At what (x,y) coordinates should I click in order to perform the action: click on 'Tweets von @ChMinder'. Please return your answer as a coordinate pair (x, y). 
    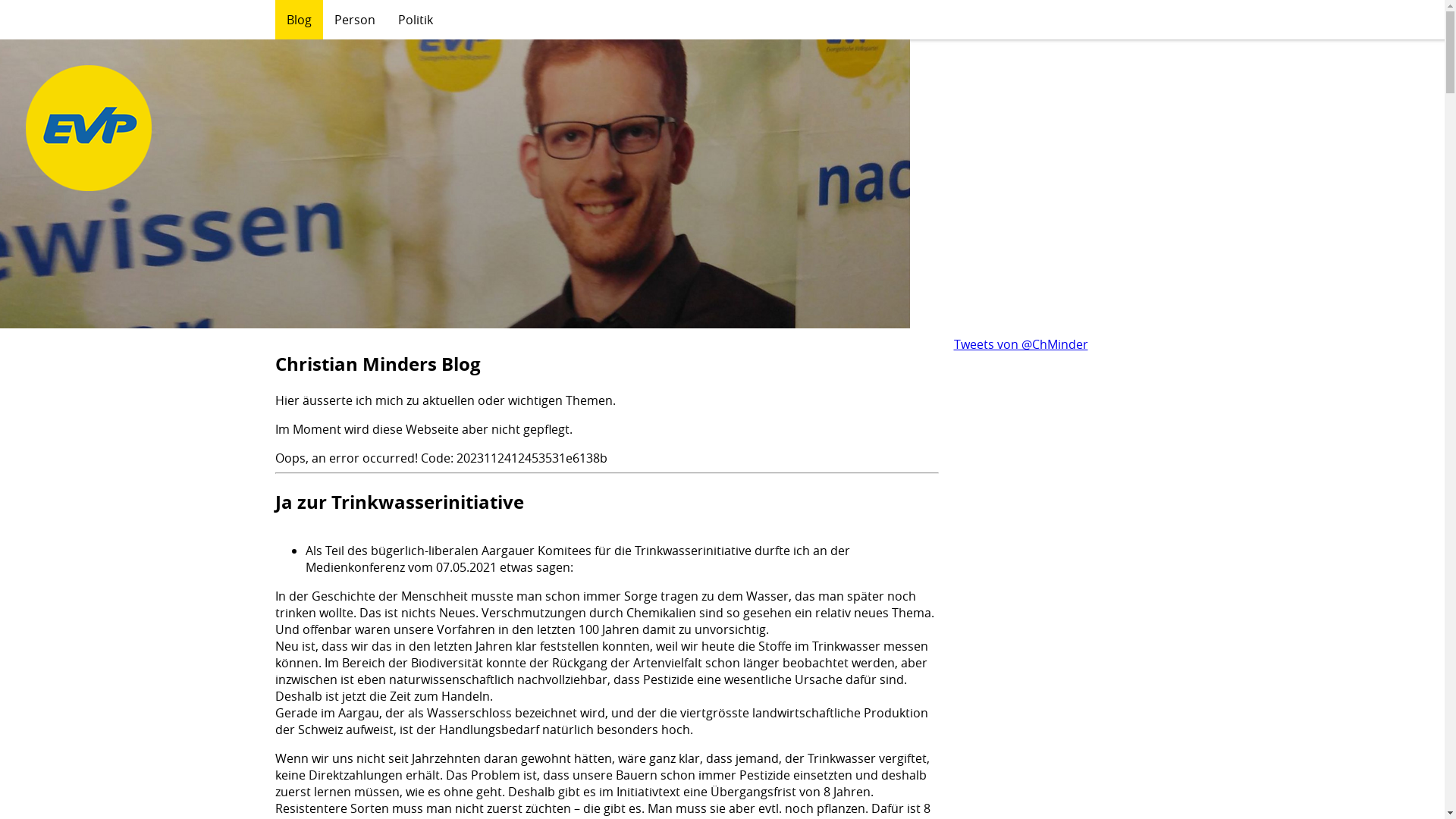
    Looking at the image, I should click on (1021, 344).